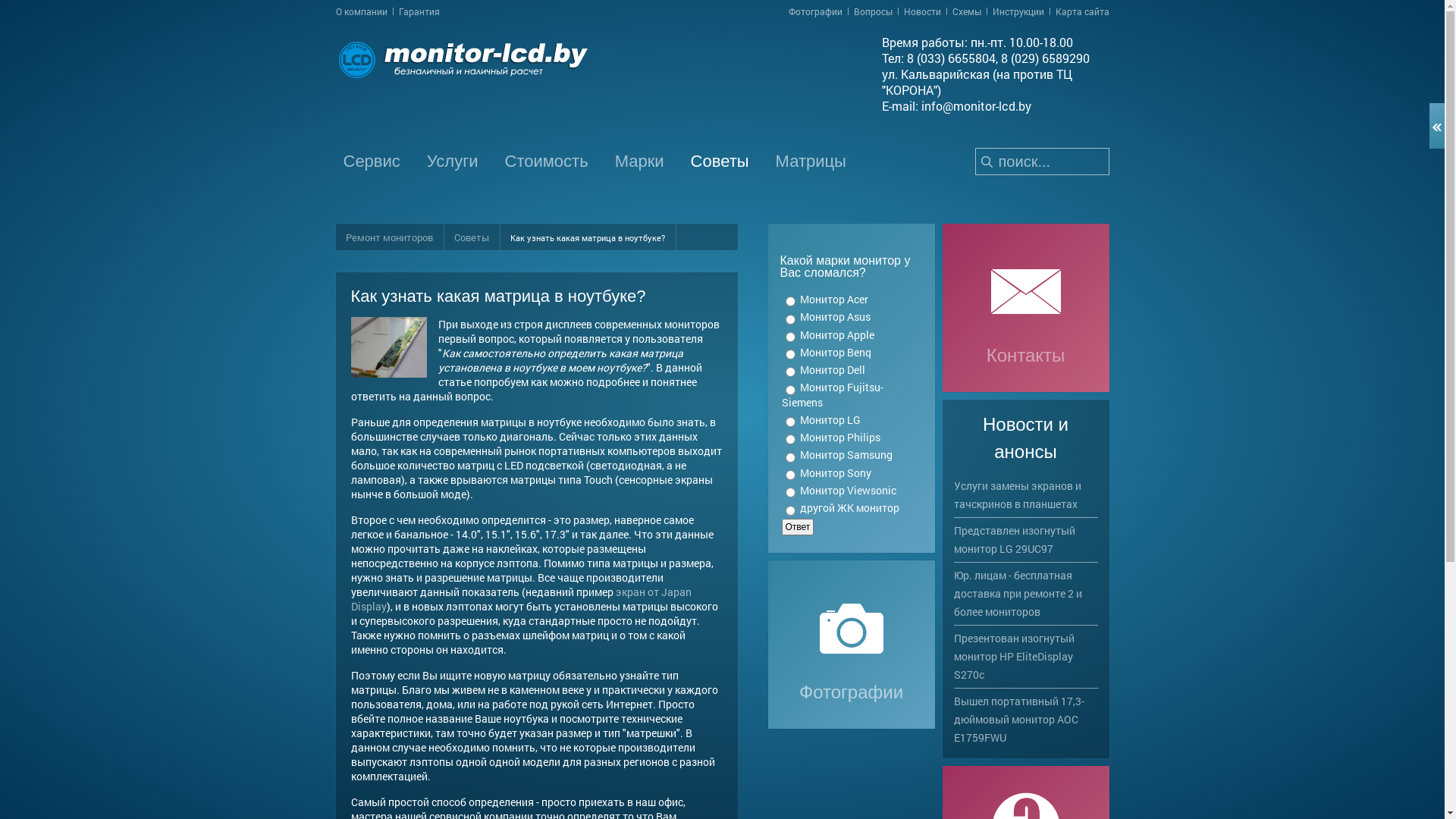  What do you see at coordinates (3, 2) in the screenshot?
I see `'Reset'` at bounding box center [3, 2].